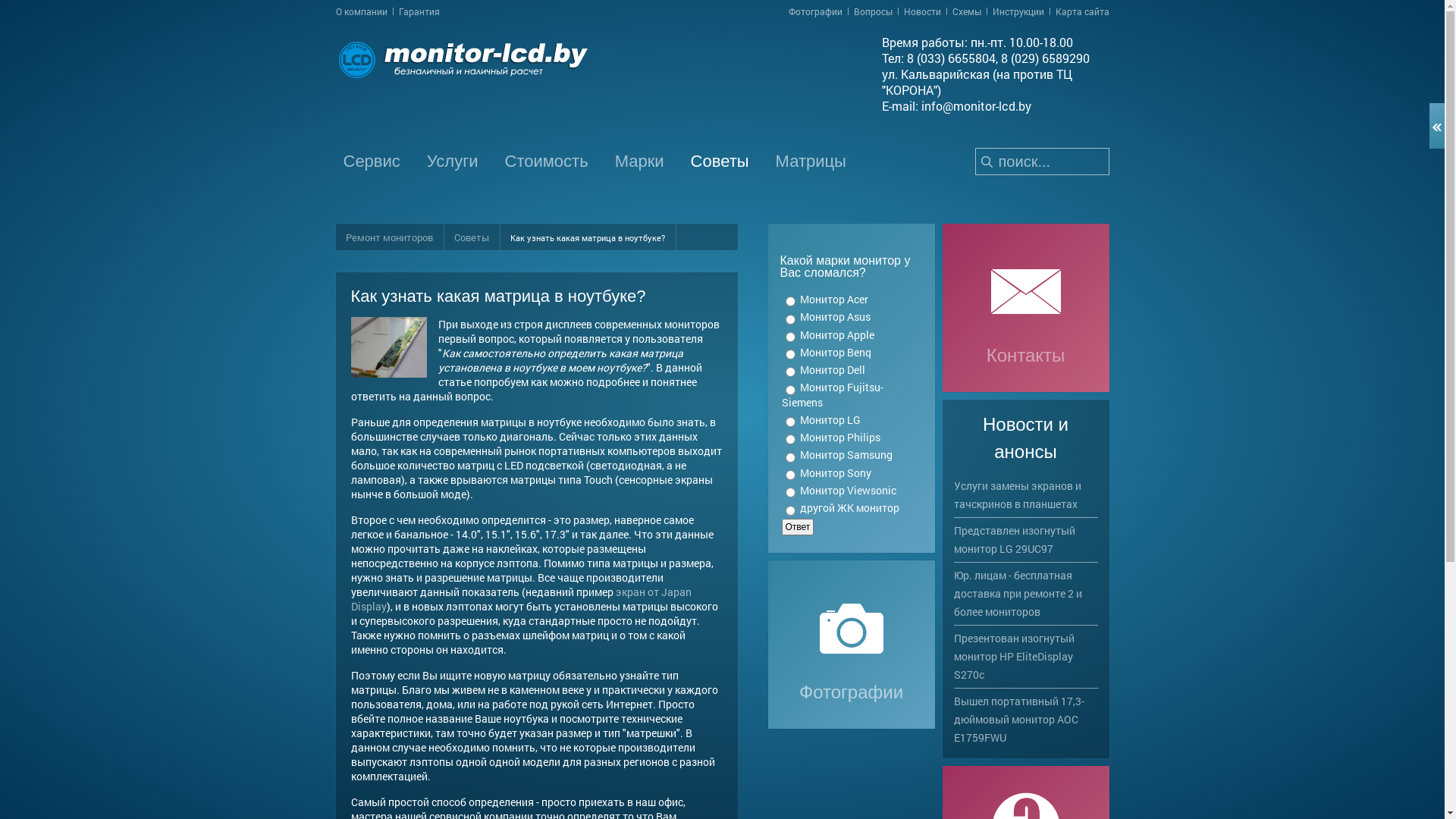  What do you see at coordinates (3, 2) in the screenshot?
I see `'Reset'` at bounding box center [3, 2].